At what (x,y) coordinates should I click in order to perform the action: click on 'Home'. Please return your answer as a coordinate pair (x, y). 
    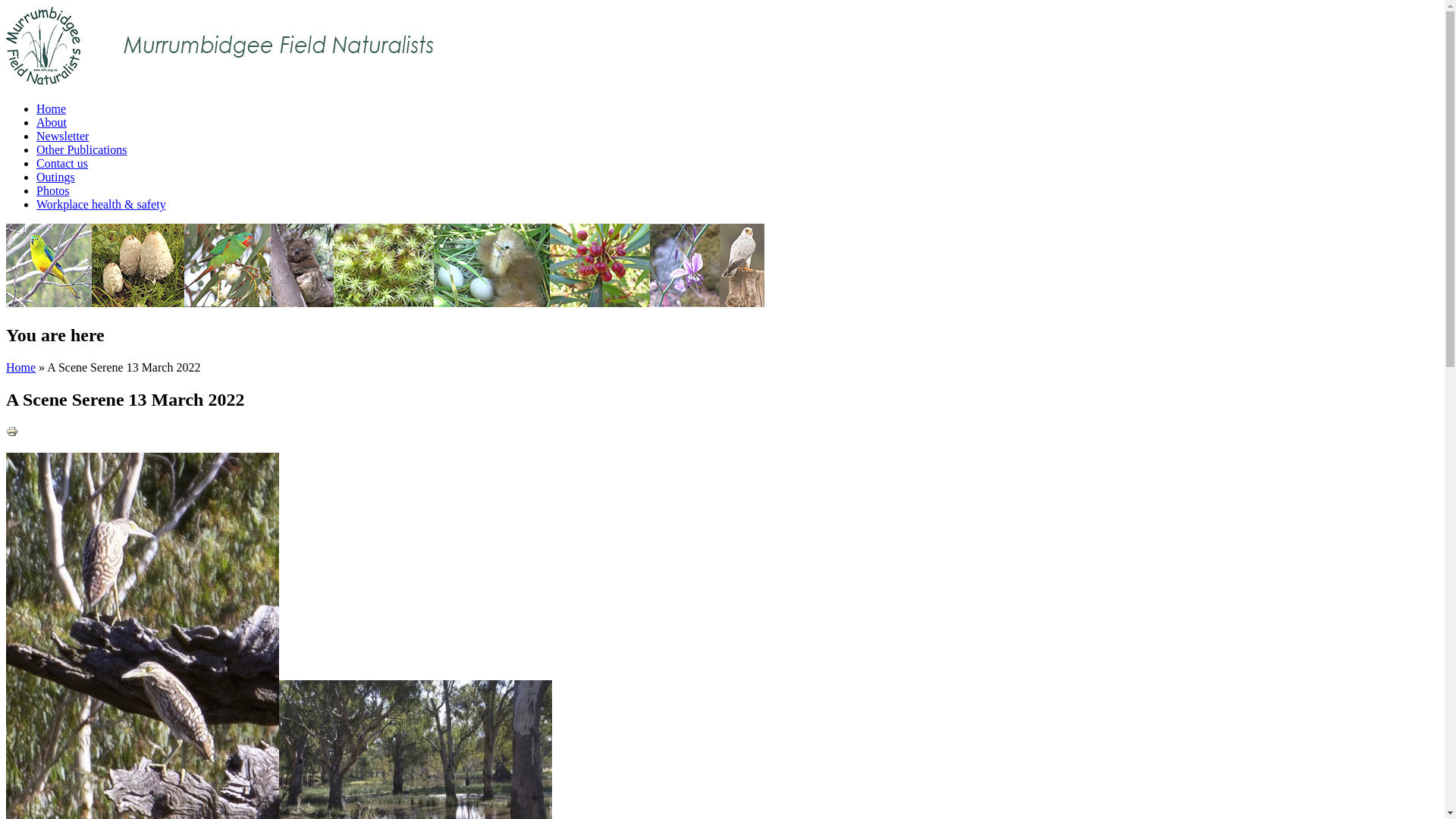
    Looking at the image, I should click on (51, 108).